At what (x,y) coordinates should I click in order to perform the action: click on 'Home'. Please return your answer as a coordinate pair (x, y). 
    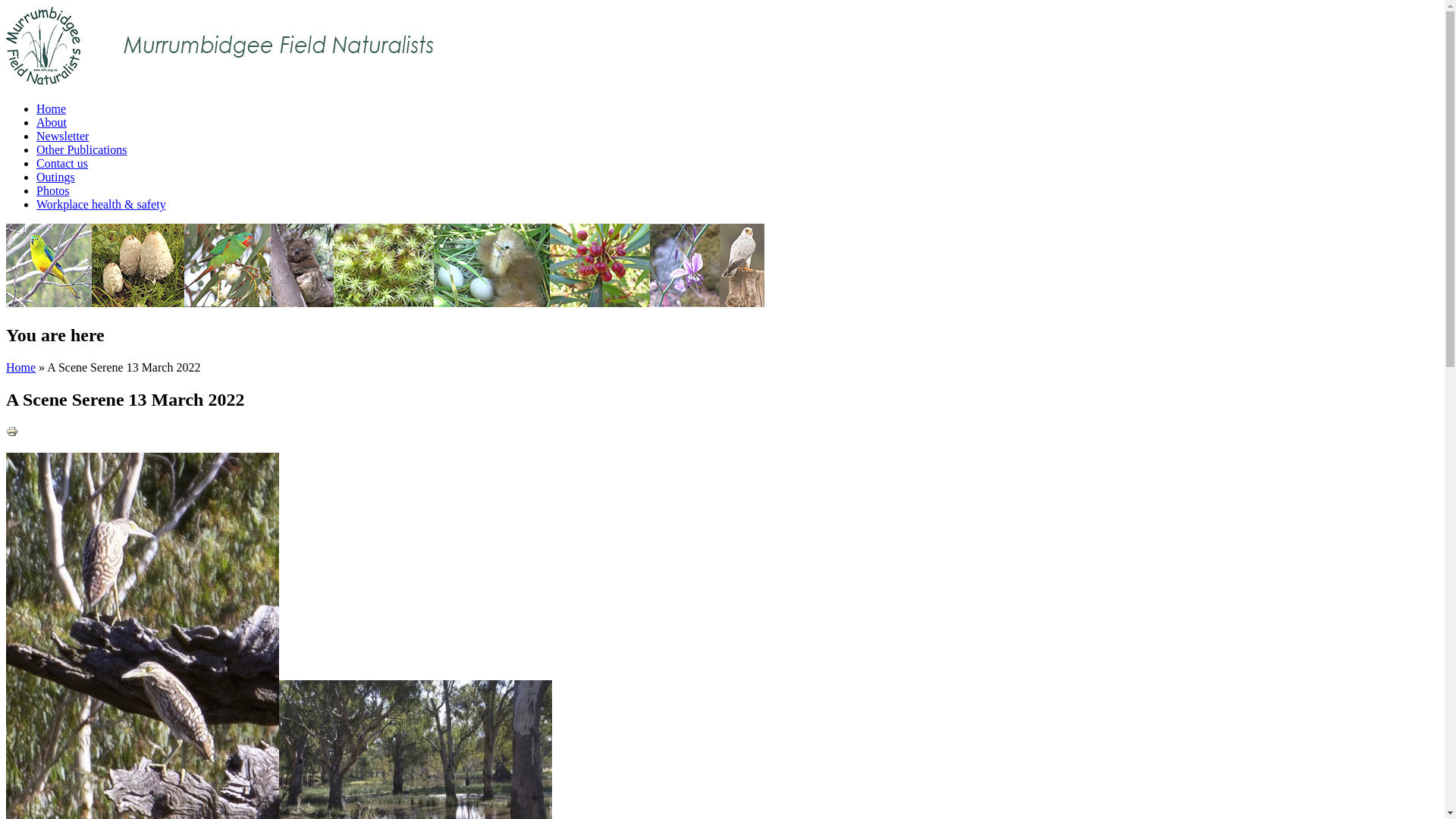
    Looking at the image, I should click on (51, 108).